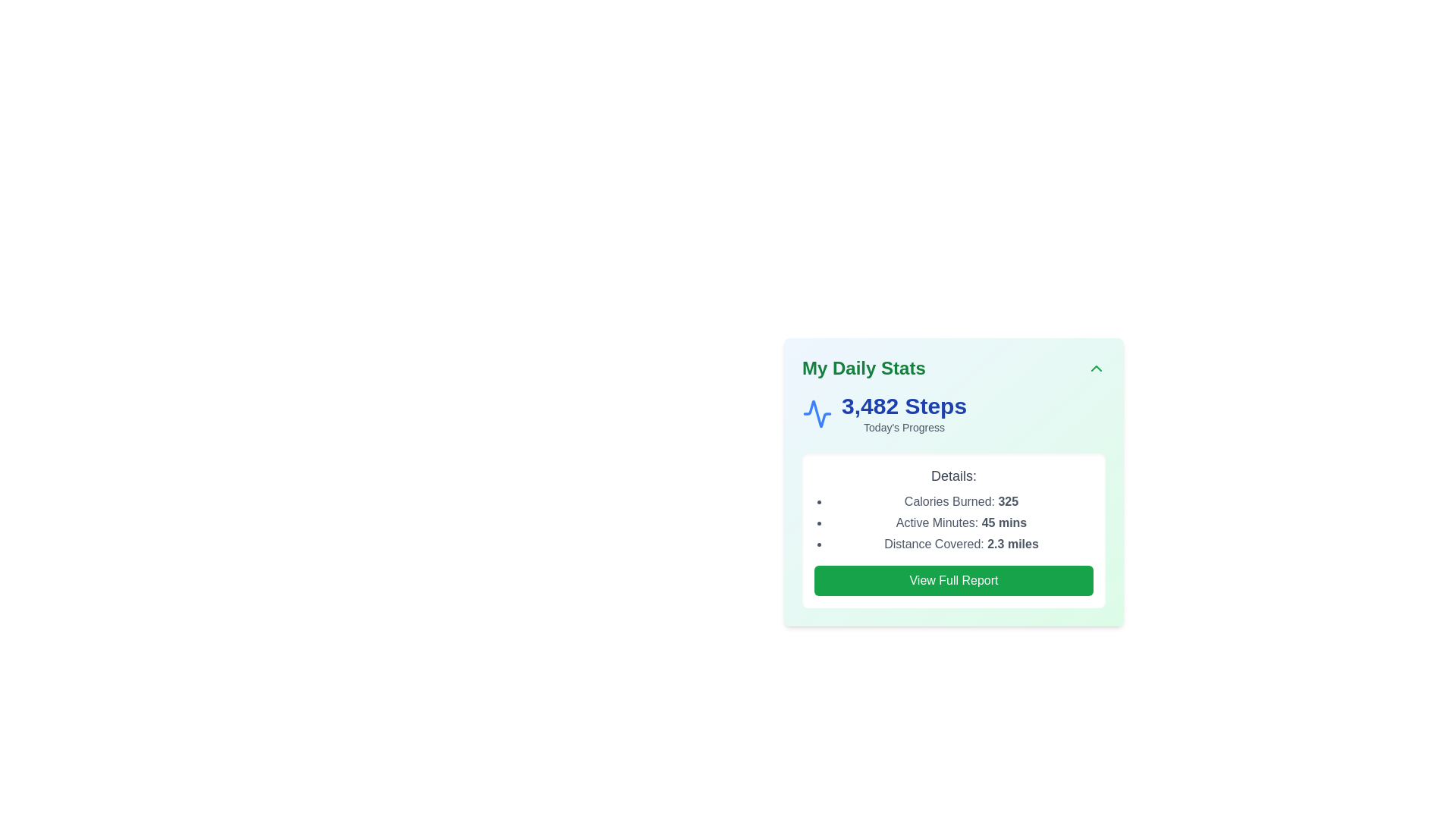 The height and width of the screenshot is (819, 1456). Describe the element at coordinates (960, 502) in the screenshot. I see `text label displaying 'Calories Burned: 325' that is the first item in a bulleted list under the 'Details:' section in the 'My Daily Stats' panel` at that location.